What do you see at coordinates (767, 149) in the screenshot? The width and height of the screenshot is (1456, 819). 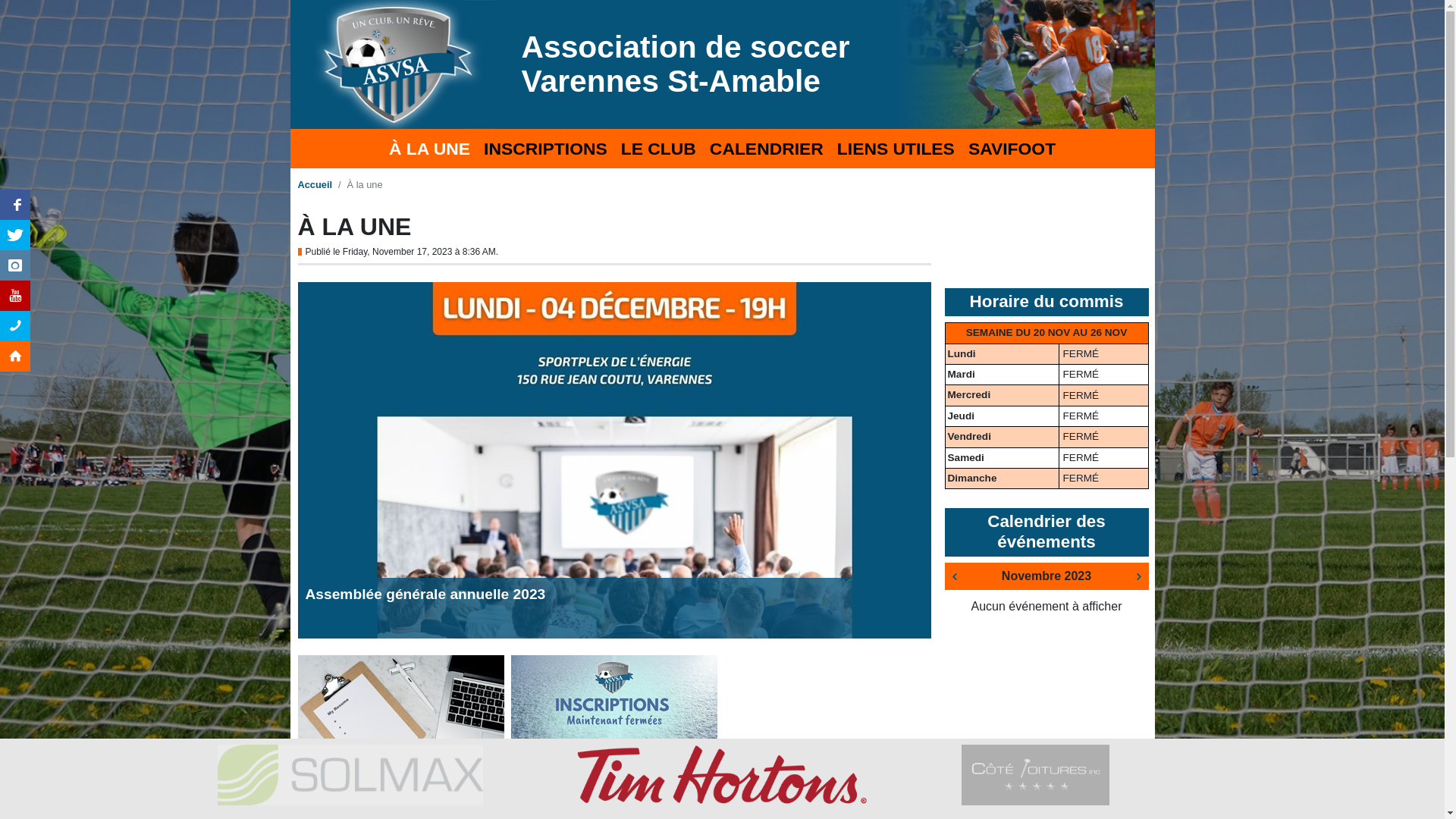 I see `'CALENDRIER'` at bounding box center [767, 149].